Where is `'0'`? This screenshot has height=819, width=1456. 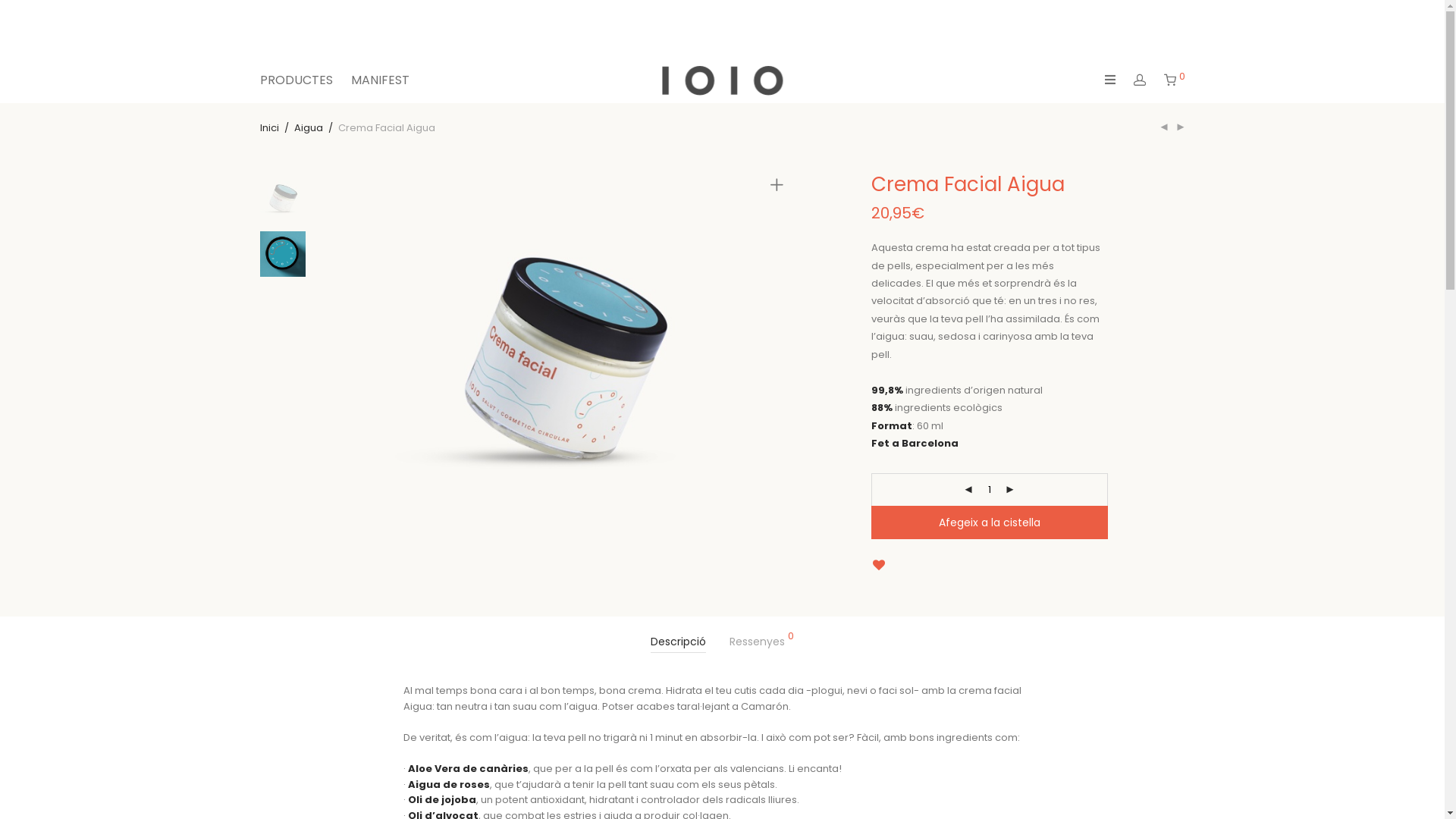 '0' is located at coordinates (1173, 80).